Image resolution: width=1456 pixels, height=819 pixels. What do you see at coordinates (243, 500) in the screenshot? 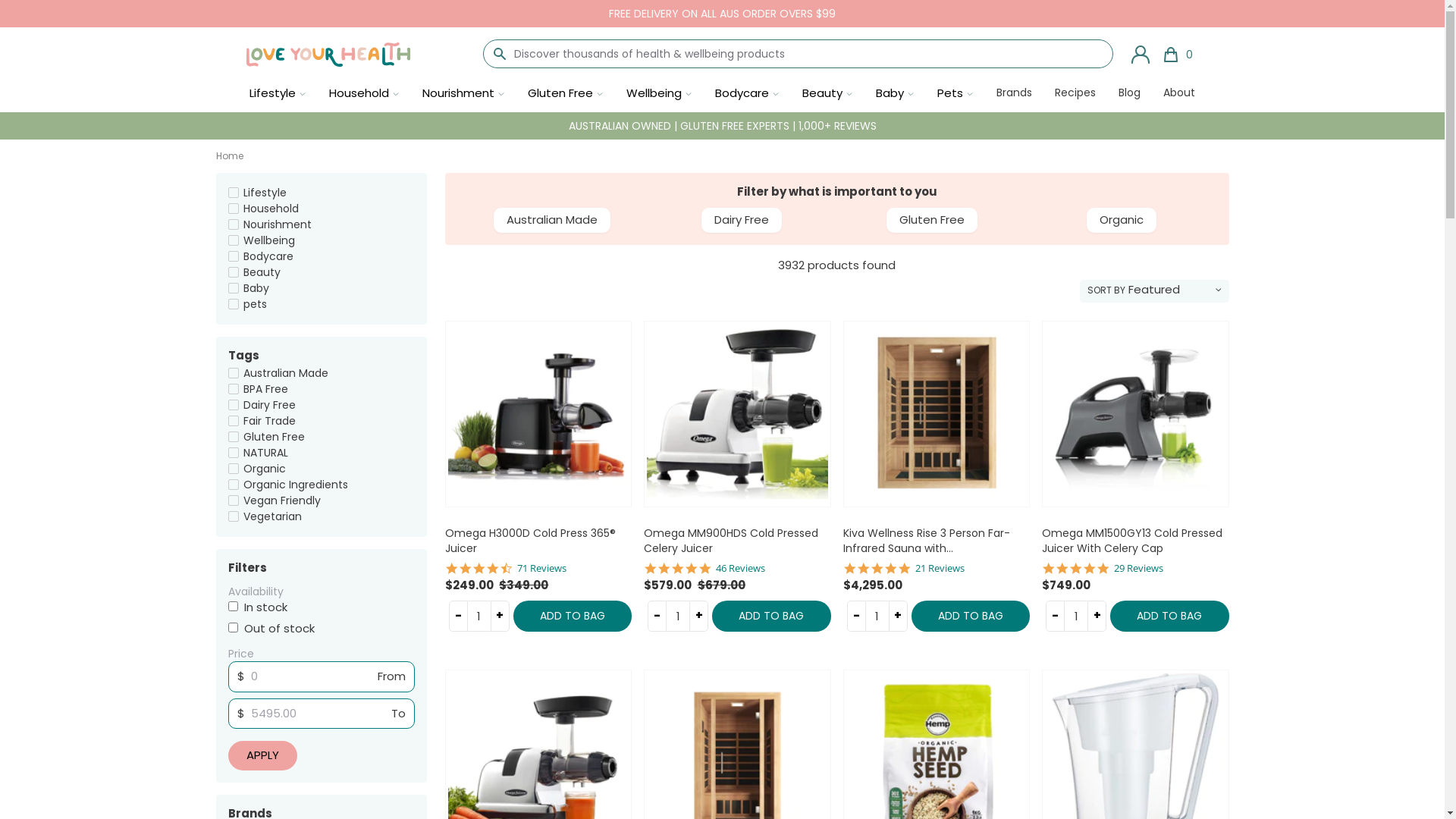
I see `'Vegan Friendly'` at bounding box center [243, 500].